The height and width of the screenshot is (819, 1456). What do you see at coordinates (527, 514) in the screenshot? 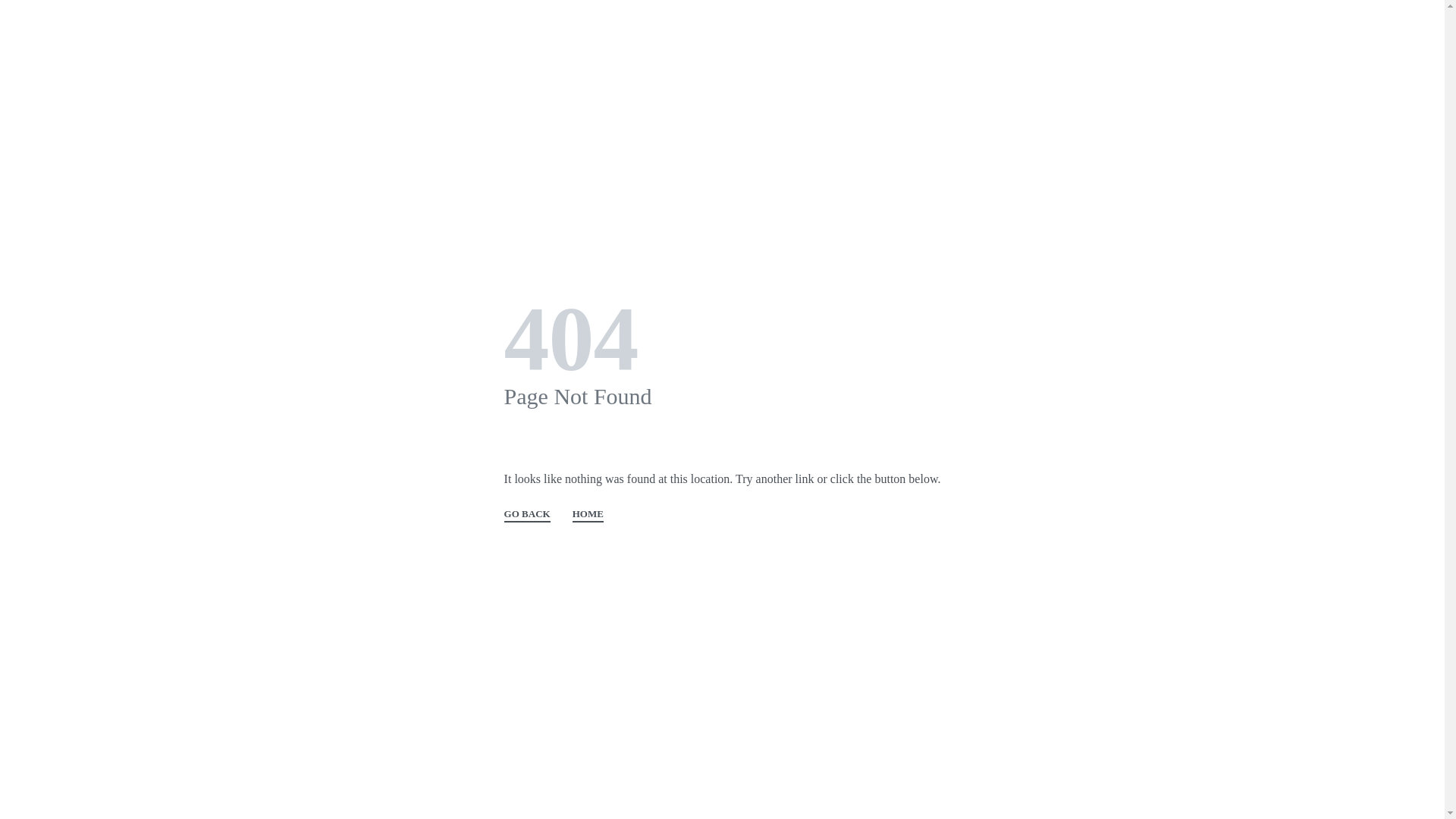
I see `'GO BACK'` at bounding box center [527, 514].